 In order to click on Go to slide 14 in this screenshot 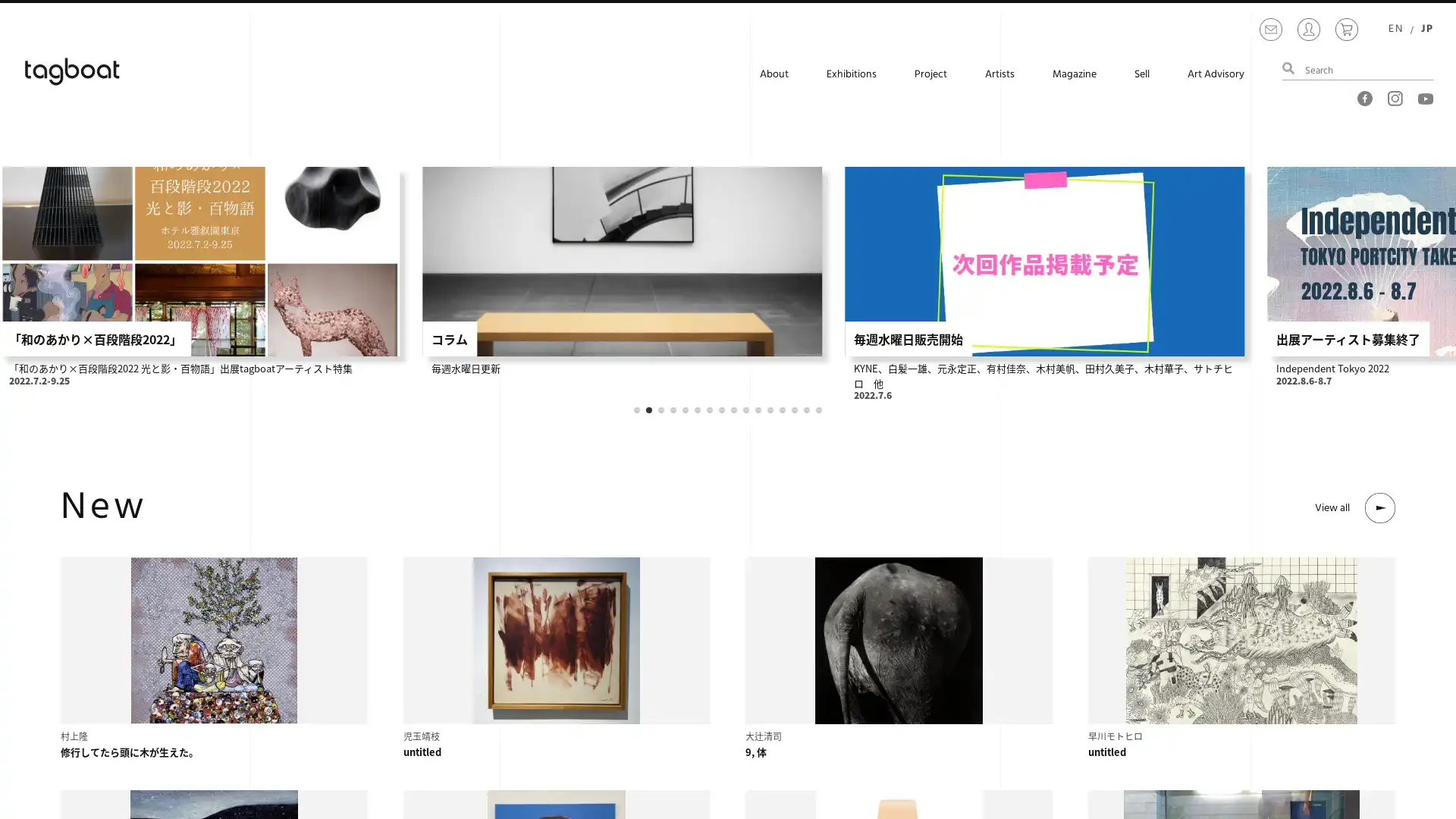, I will do `click(793, 409)`.